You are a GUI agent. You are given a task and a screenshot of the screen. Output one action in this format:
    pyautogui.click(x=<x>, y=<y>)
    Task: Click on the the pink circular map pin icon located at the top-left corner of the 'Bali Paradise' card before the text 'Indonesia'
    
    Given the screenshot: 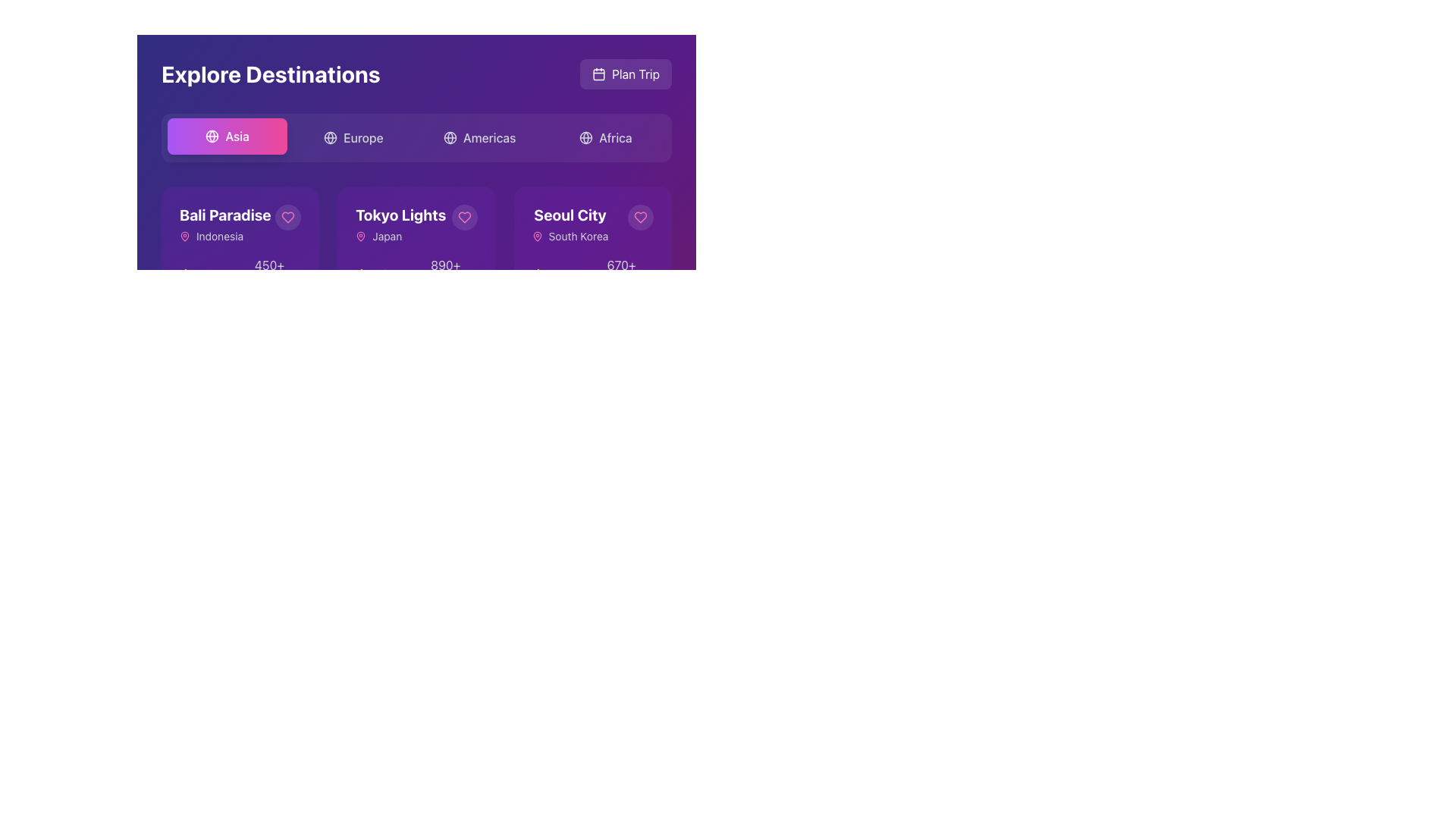 What is the action you would take?
    pyautogui.click(x=184, y=237)
    